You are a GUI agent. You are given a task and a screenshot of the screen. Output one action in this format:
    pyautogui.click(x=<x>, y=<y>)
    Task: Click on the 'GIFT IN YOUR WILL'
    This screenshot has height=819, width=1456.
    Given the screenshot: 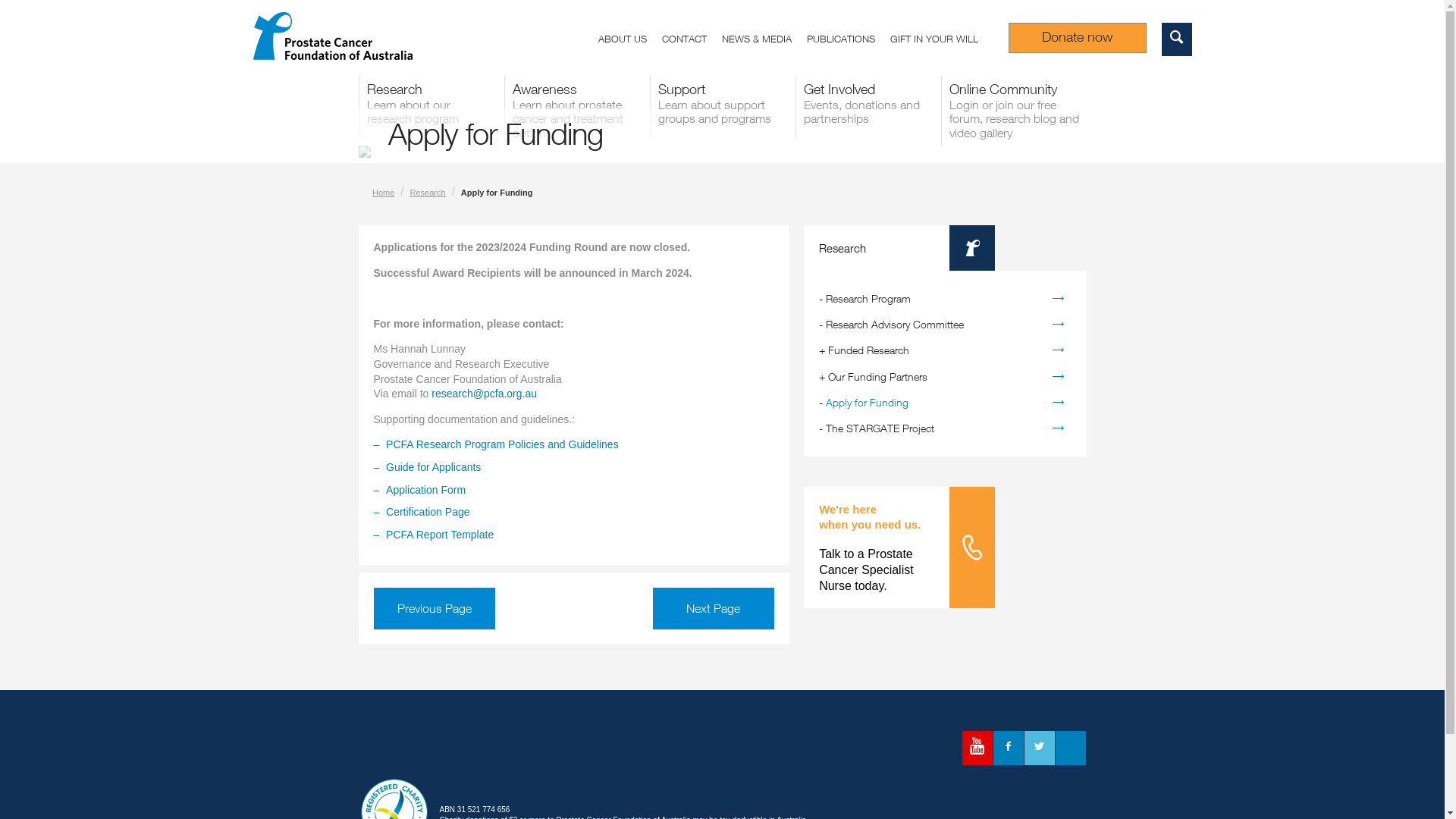 What is the action you would take?
    pyautogui.click(x=890, y=40)
    